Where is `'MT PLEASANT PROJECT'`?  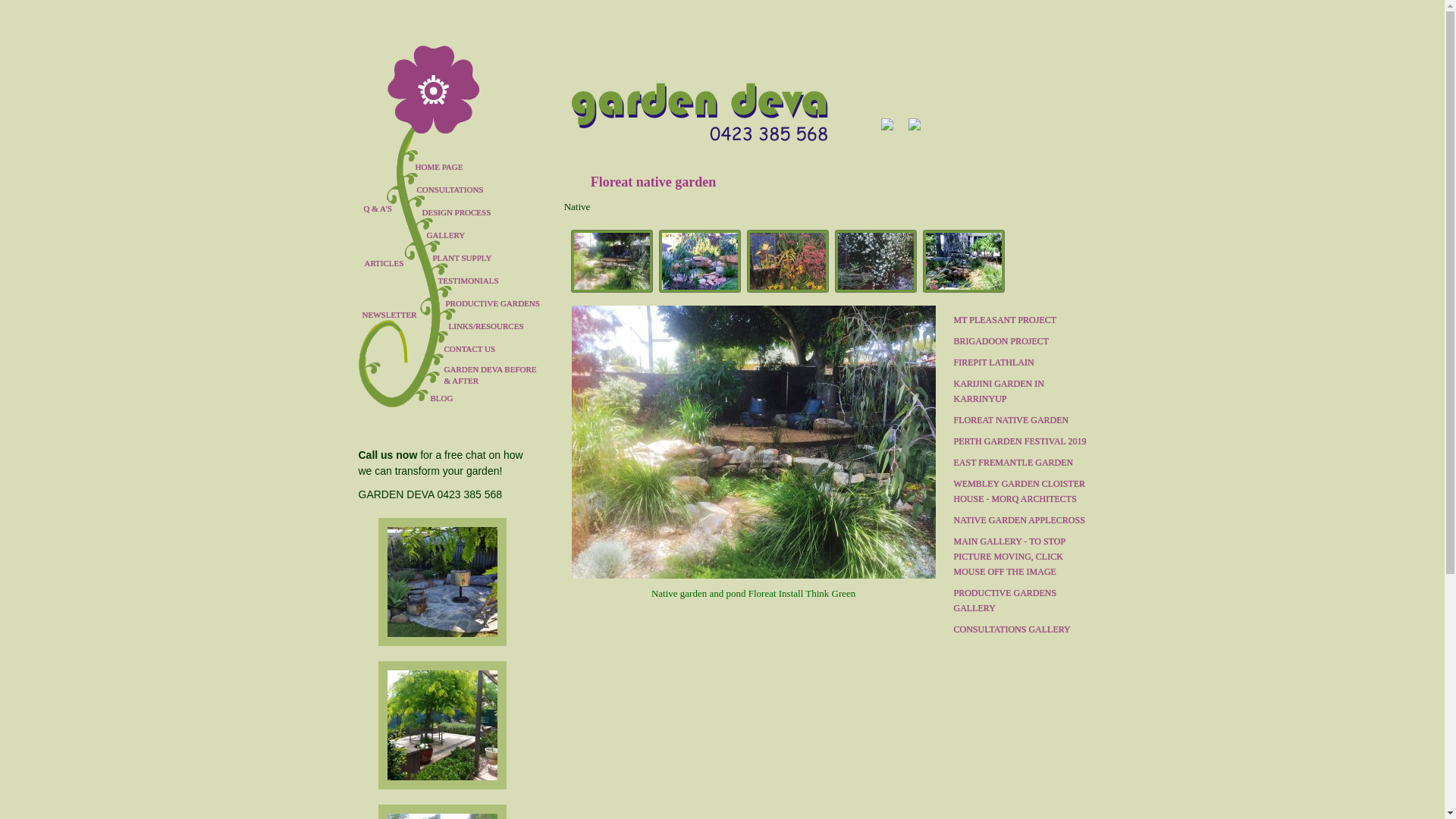
'MT PLEASANT PROJECT' is located at coordinates (1019, 318).